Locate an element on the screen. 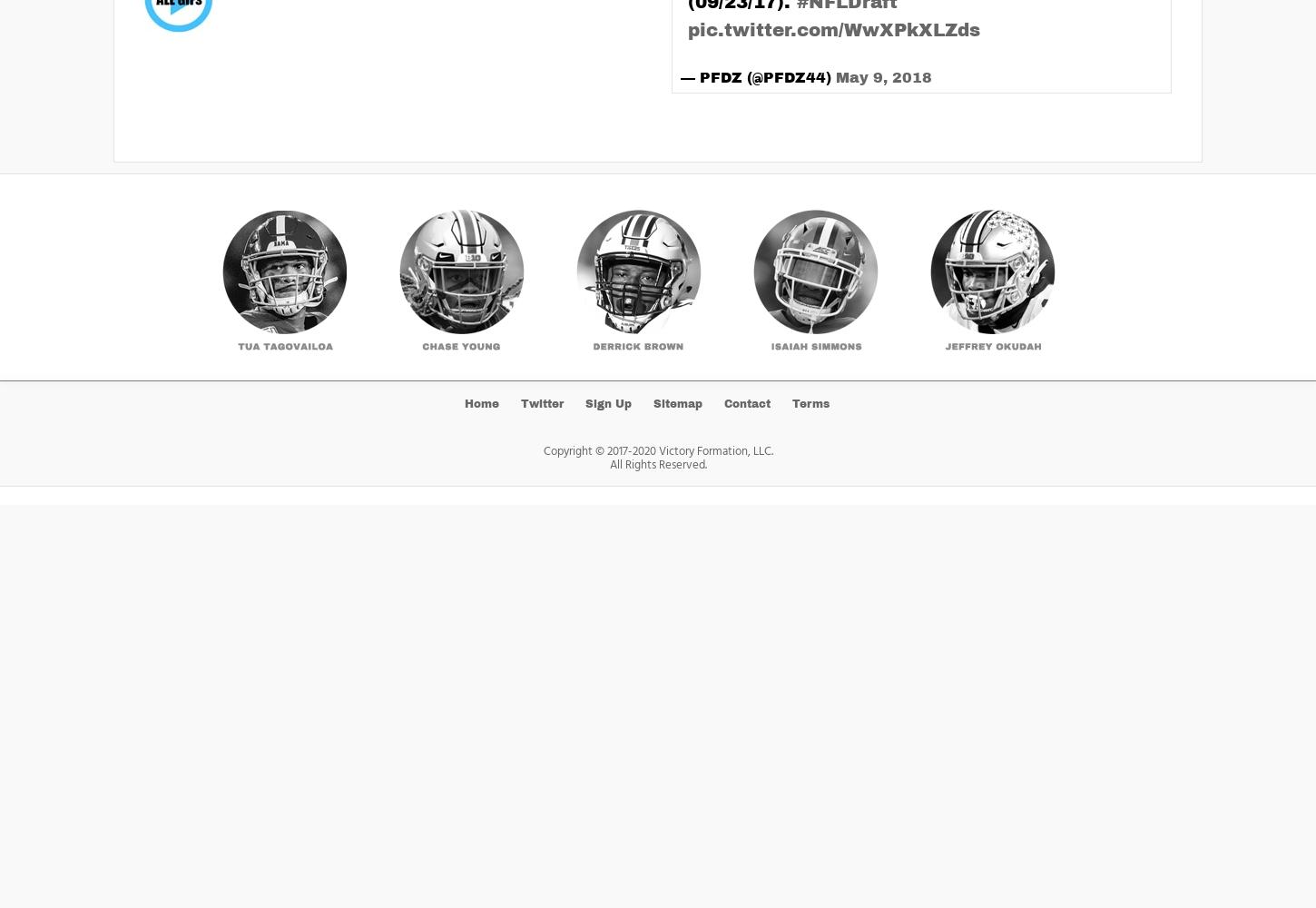 Image resolution: width=1316 pixels, height=908 pixels. 'Home' is located at coordinates (481, 402).